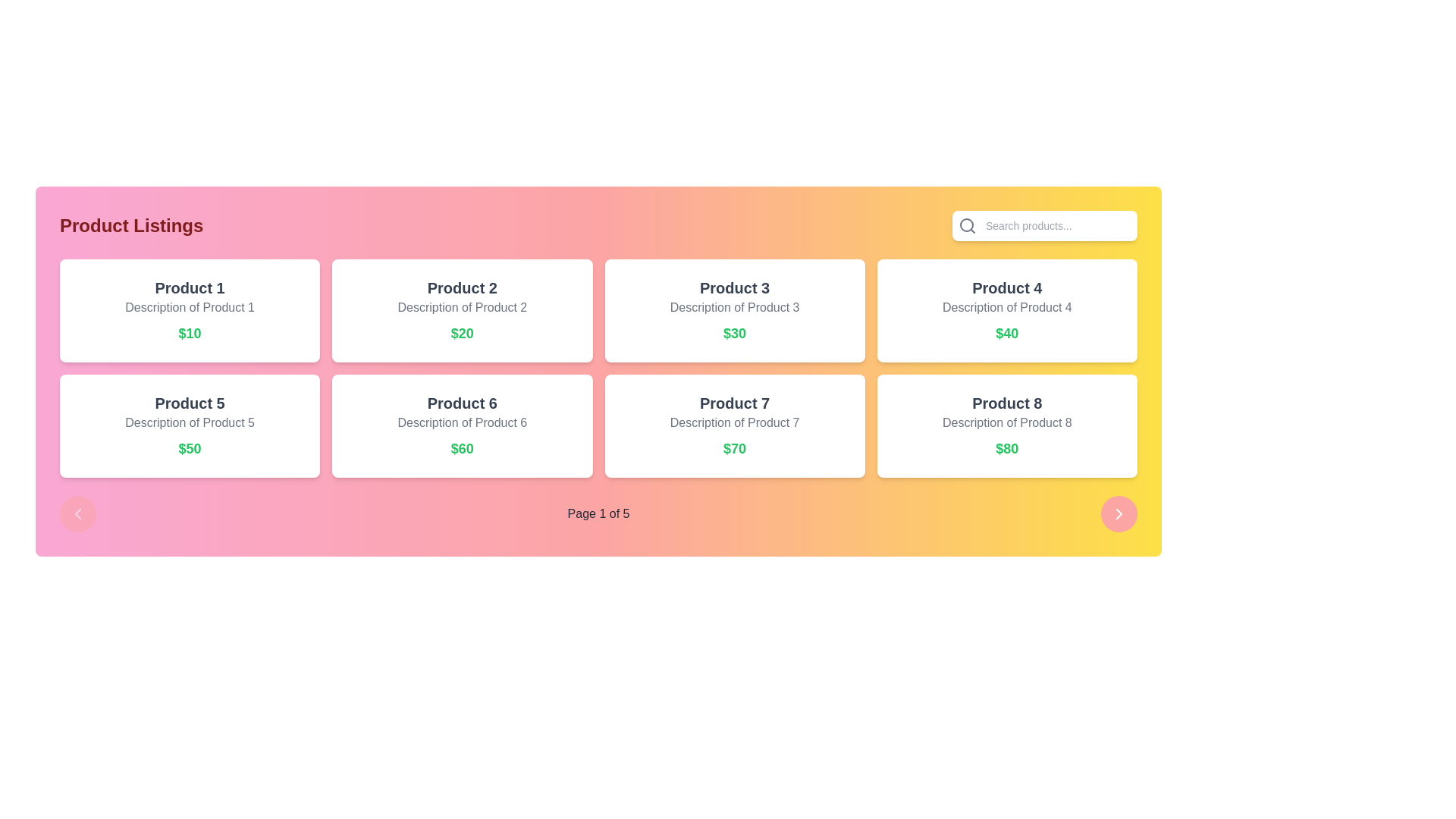 This screenshot has height=819, width=1456. I want to click on the right-facing chevron icon within the pagination navigation controls, so click(1119, 513).